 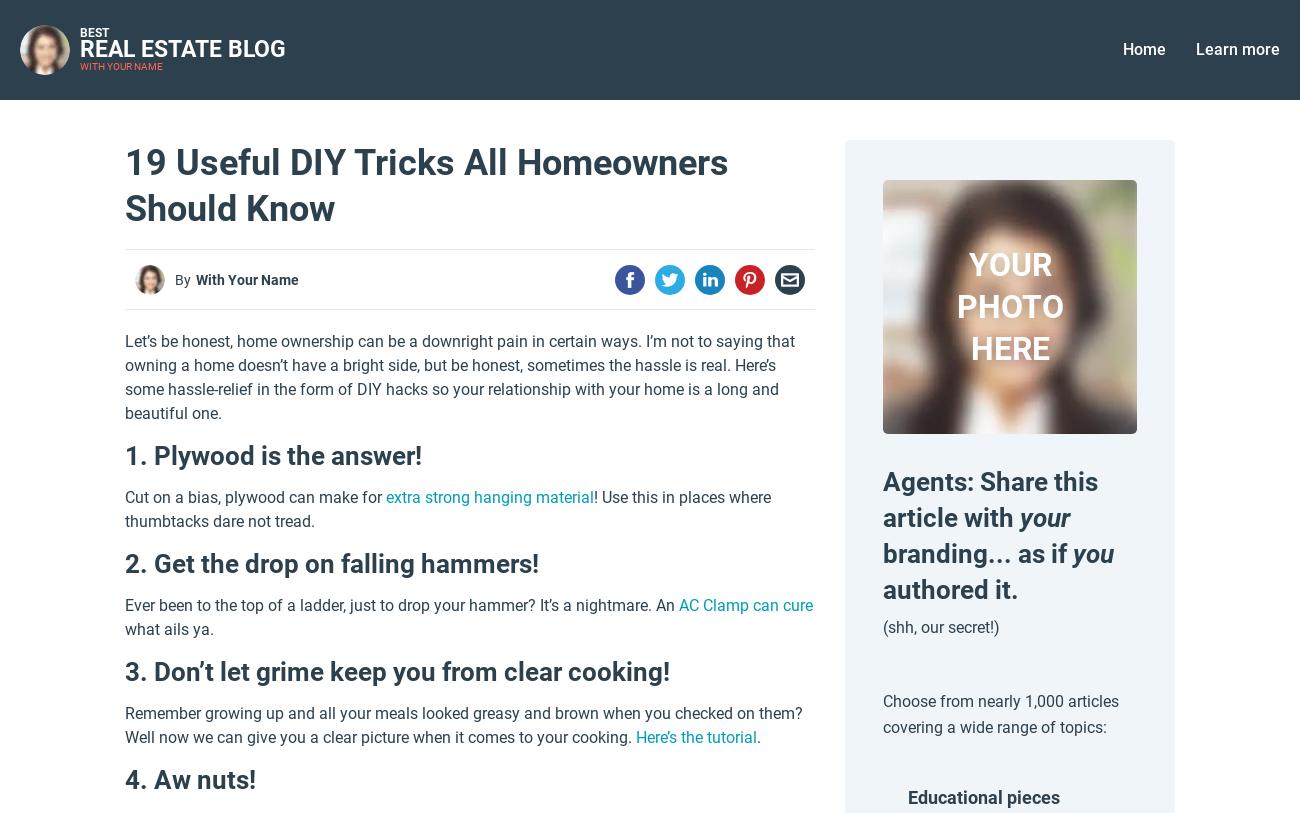 What do you see at coordinates (124, 376) in the screenshot?
I see `'Let’s be honest, home ownership can be a downright pain in certain ways. I’m not to saying that owning a home doesn’t have a bright side, but be honest, sometimes the hassle is real. Here’s some hassle-relief in the form of DIY hacks so your relationship with your home is a long and beautiful one.'` at bounding box center [124, 376].